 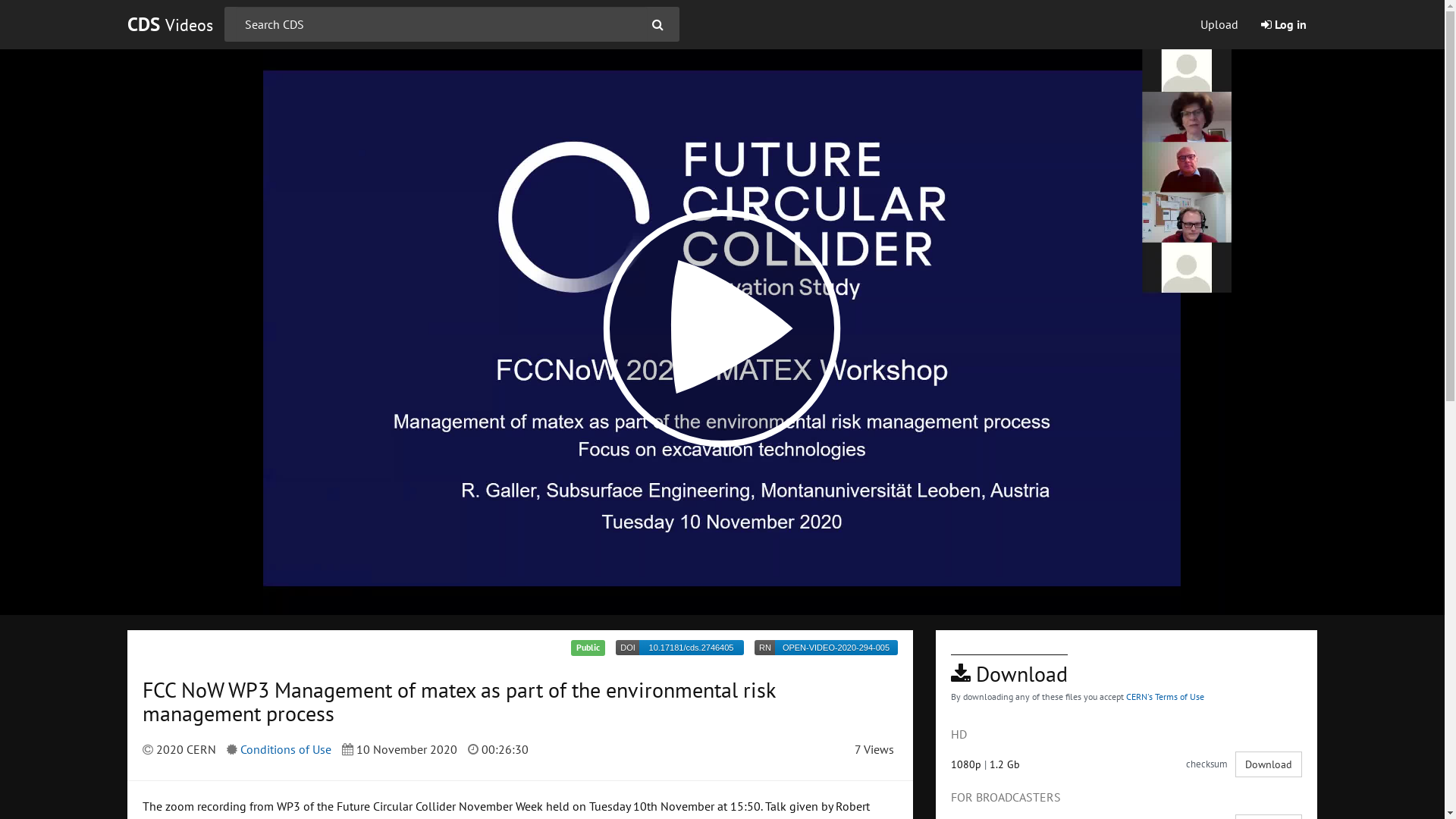 What do you see at coordinates (1164, 696) in the screenshot?
I see `'CERN's Terms of Use'` at bounding box center [1164, 696].